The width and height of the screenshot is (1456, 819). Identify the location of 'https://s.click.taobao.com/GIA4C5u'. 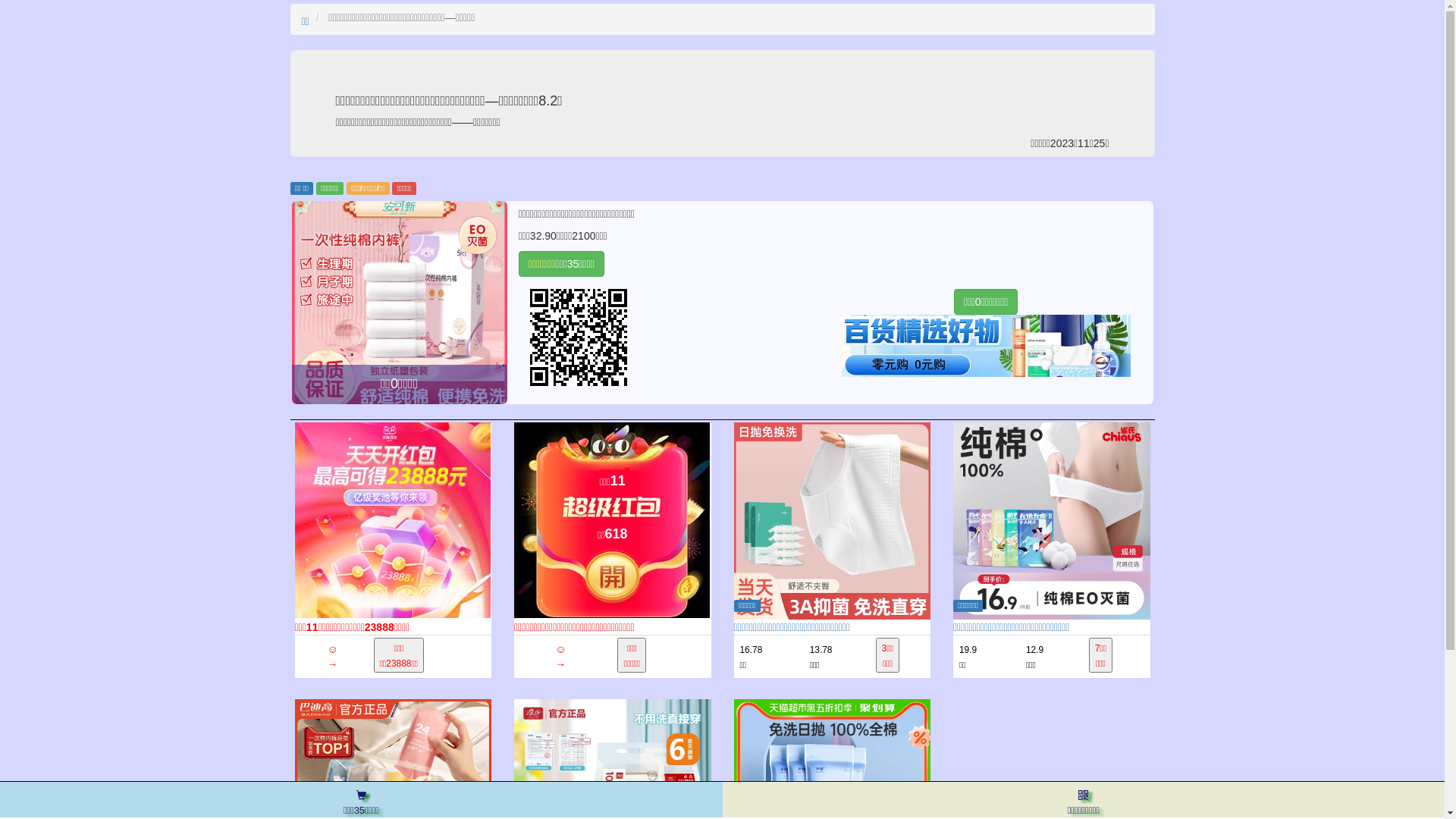
(519, 336).